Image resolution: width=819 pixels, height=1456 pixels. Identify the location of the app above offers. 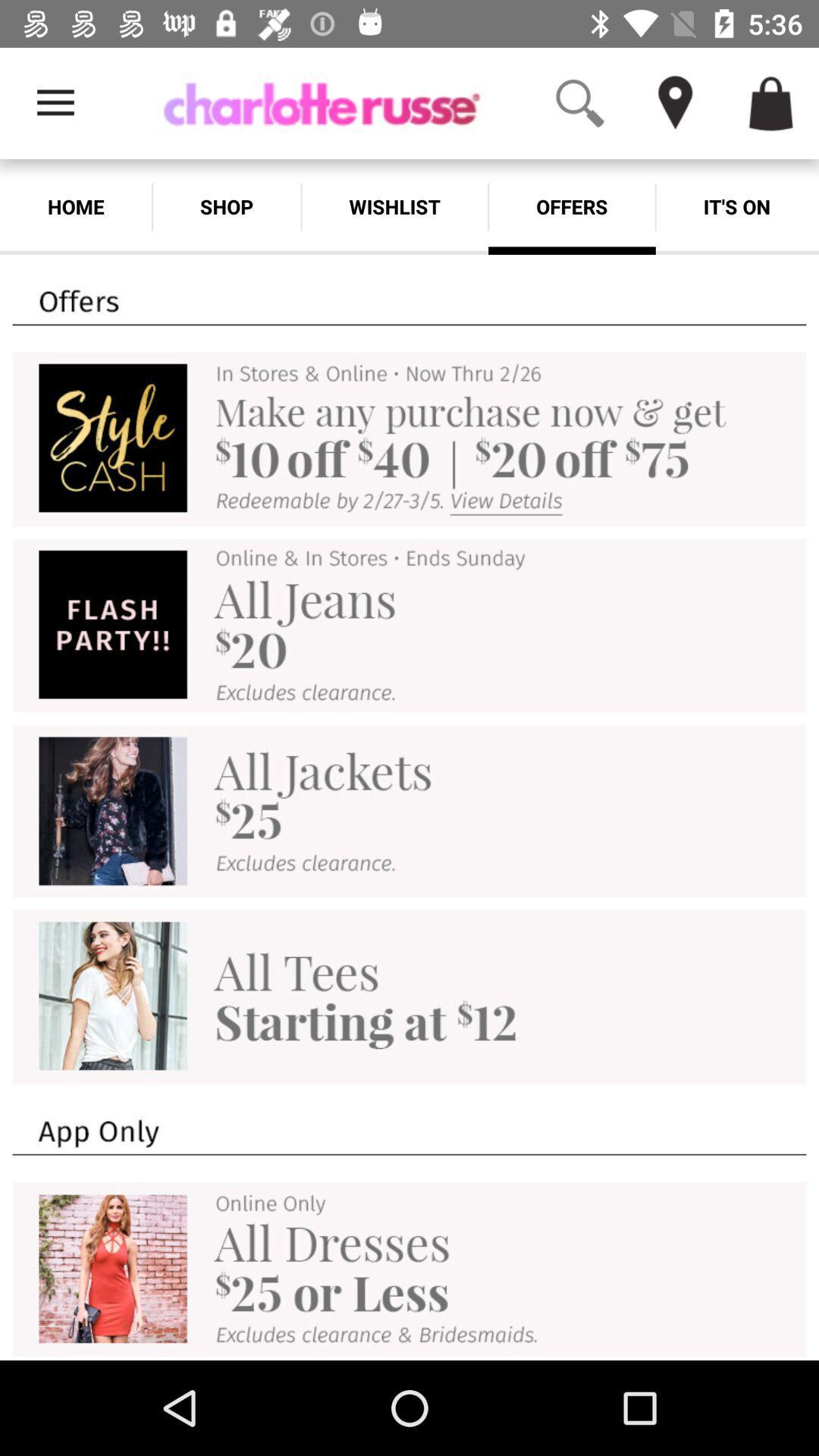
(579, 102).